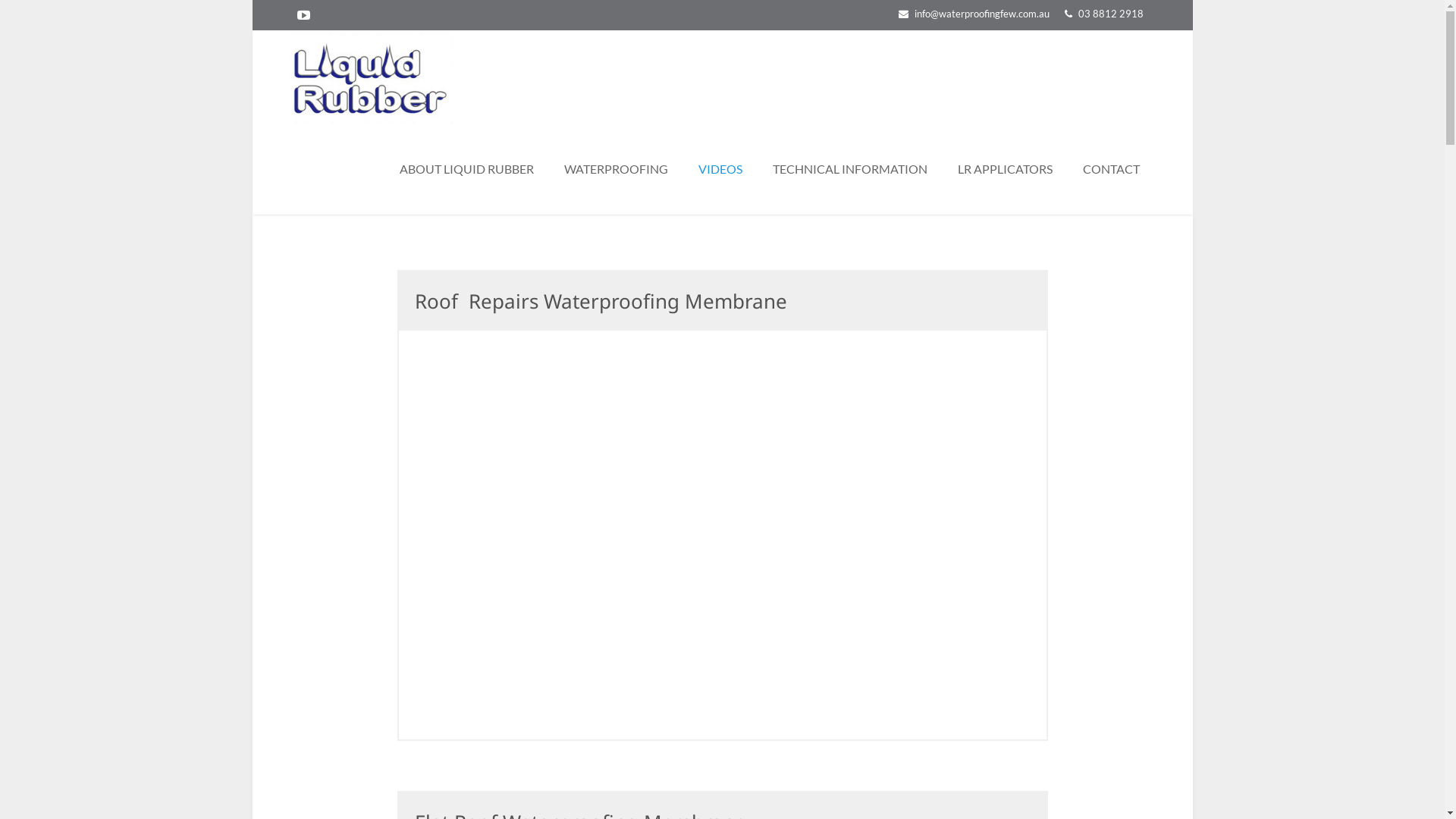 This screenshot has width=1456, height=819. I want to click on 'VIDEOS', so click(682, 169).